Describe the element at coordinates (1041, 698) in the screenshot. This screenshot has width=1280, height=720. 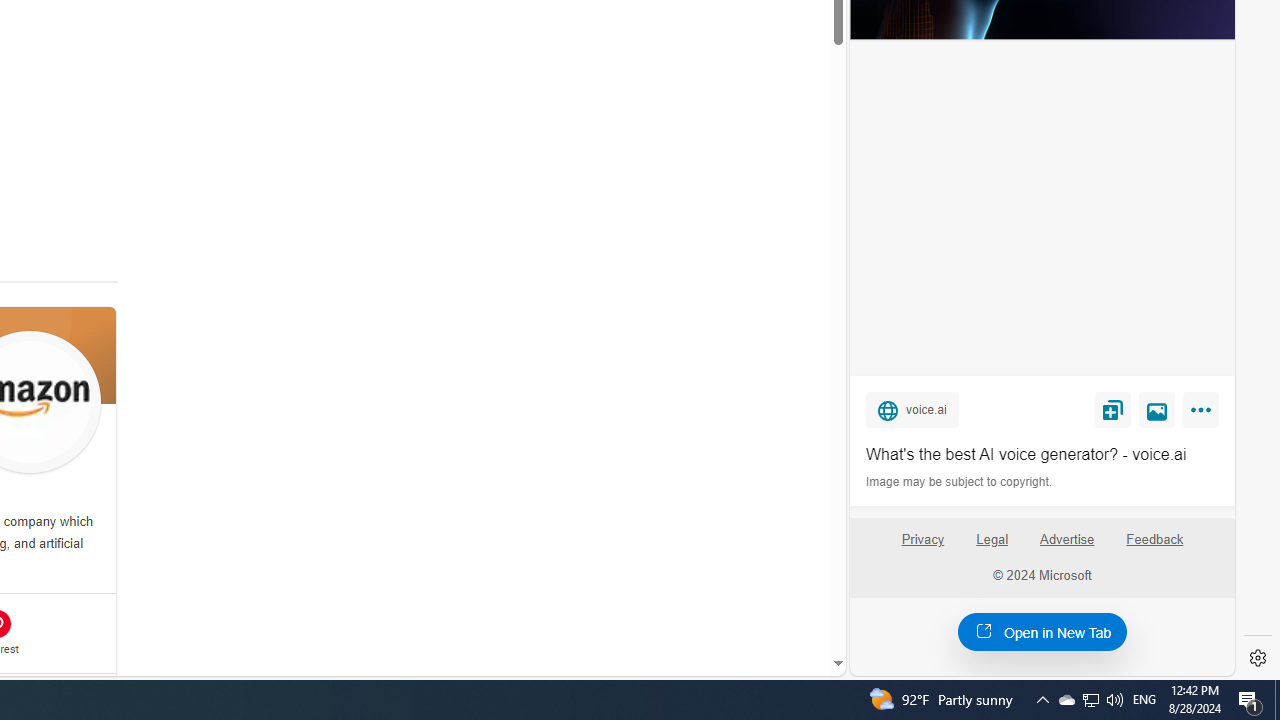
I see `'Notification Chevron'` at that location.